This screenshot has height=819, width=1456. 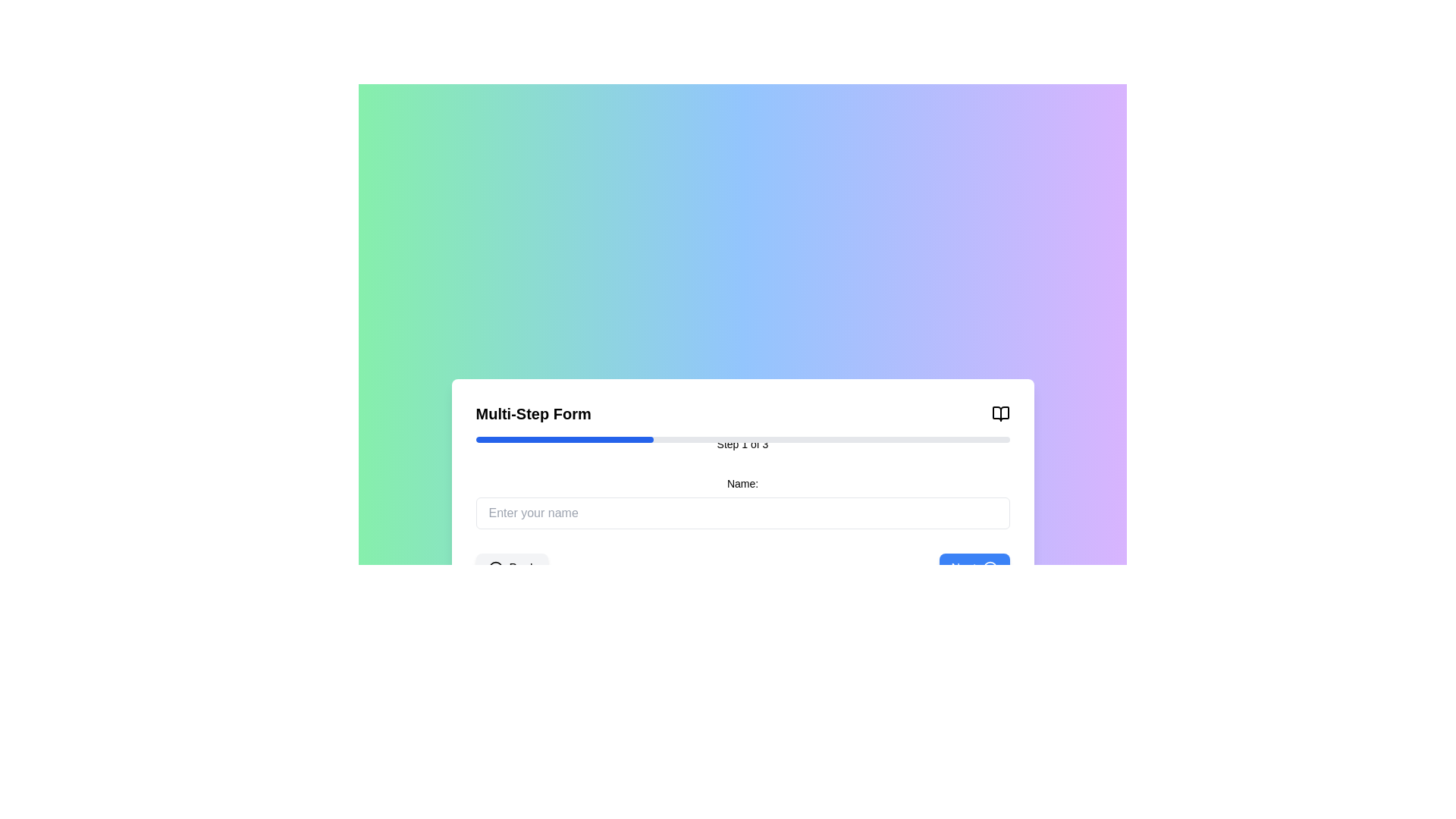 What do you see at coordinates (495, 568) in the screenshot?
I see `the circular back navigation icon with a thin black outline located within the center-left section of the 'Back' button` at bounding box center [495, 568].